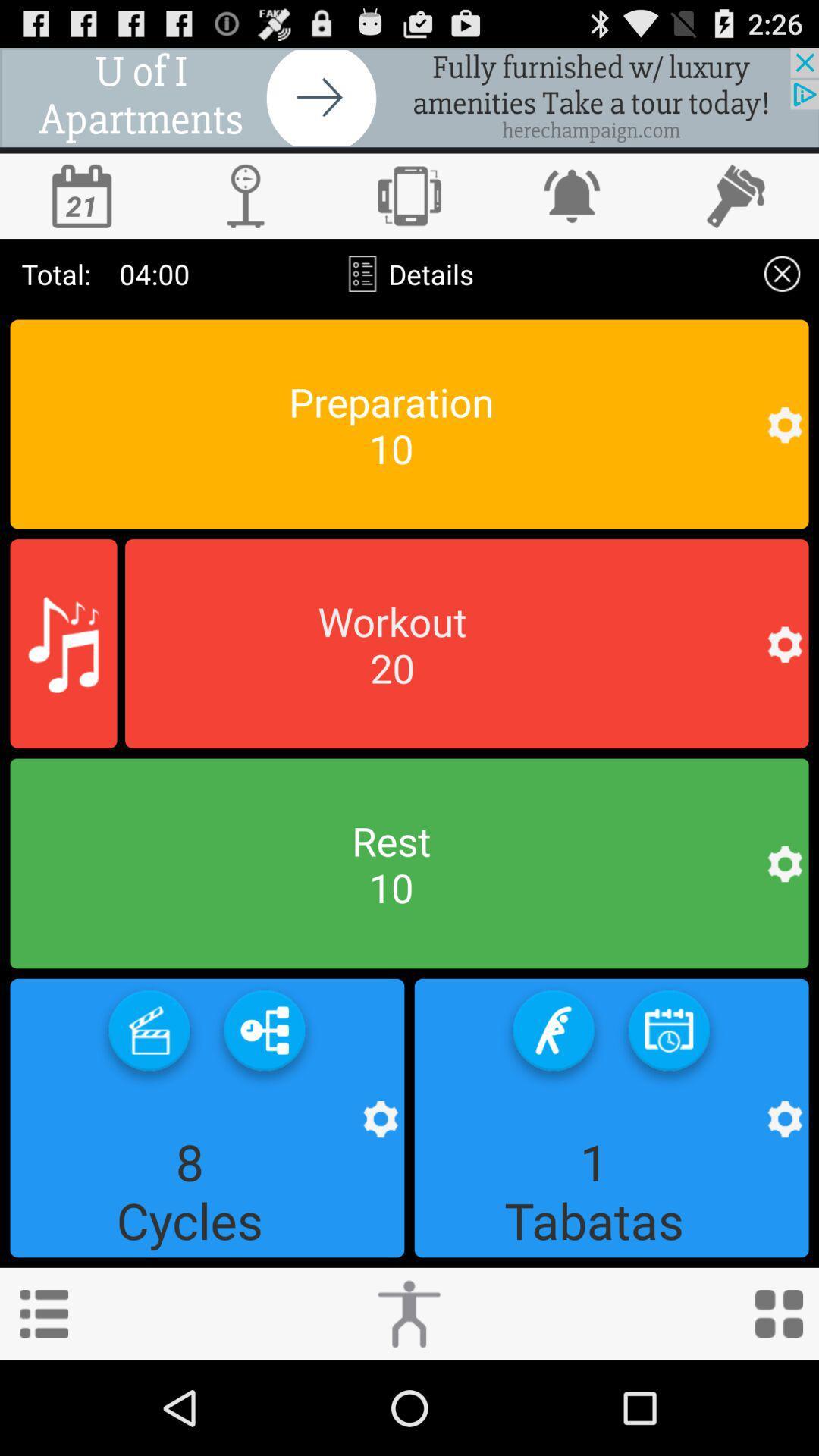  I want to click on click the video player option, so click(149, 1035).